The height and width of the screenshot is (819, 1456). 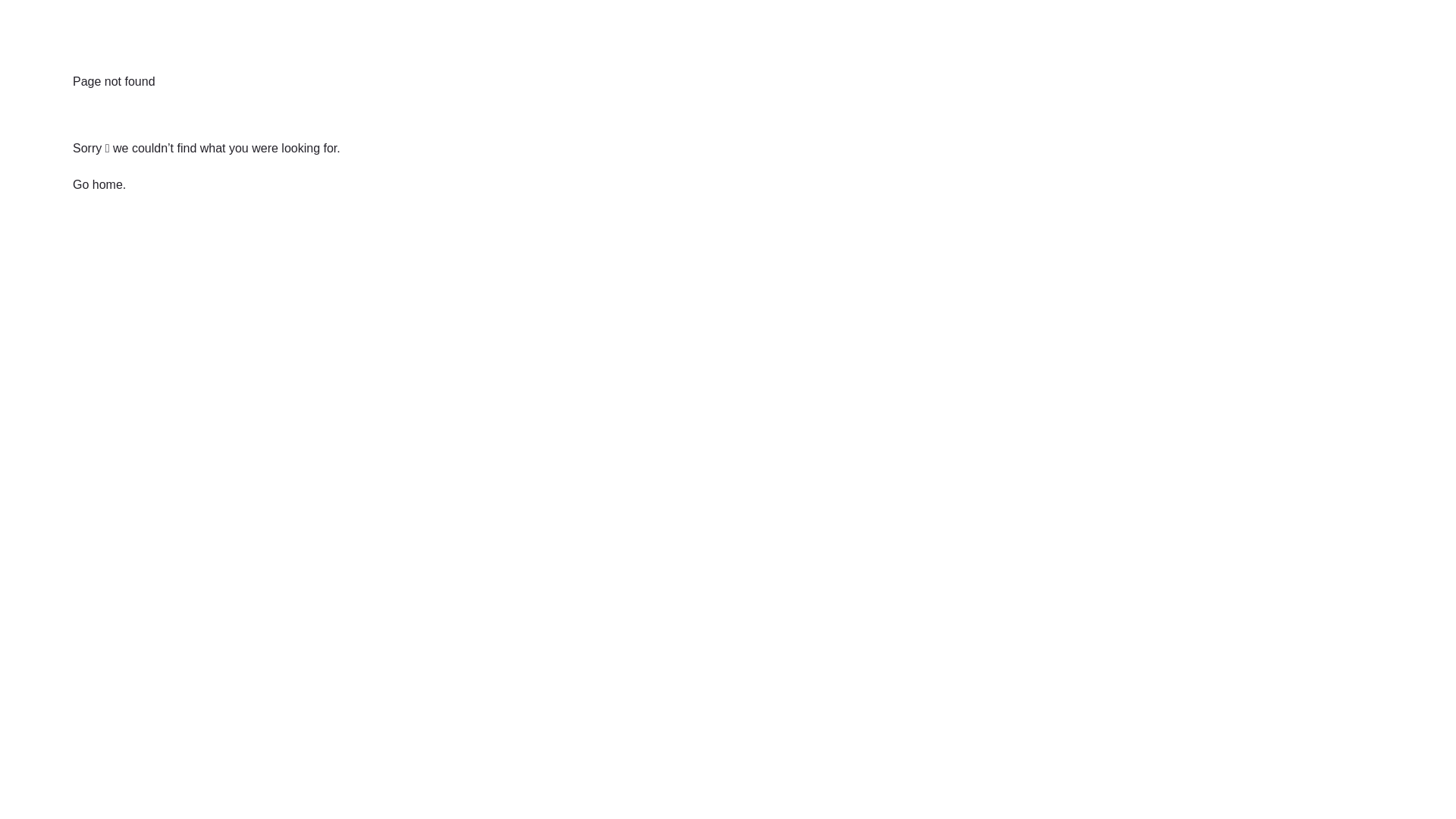 I want to click on 'Go home', so click(x=97, y=184).